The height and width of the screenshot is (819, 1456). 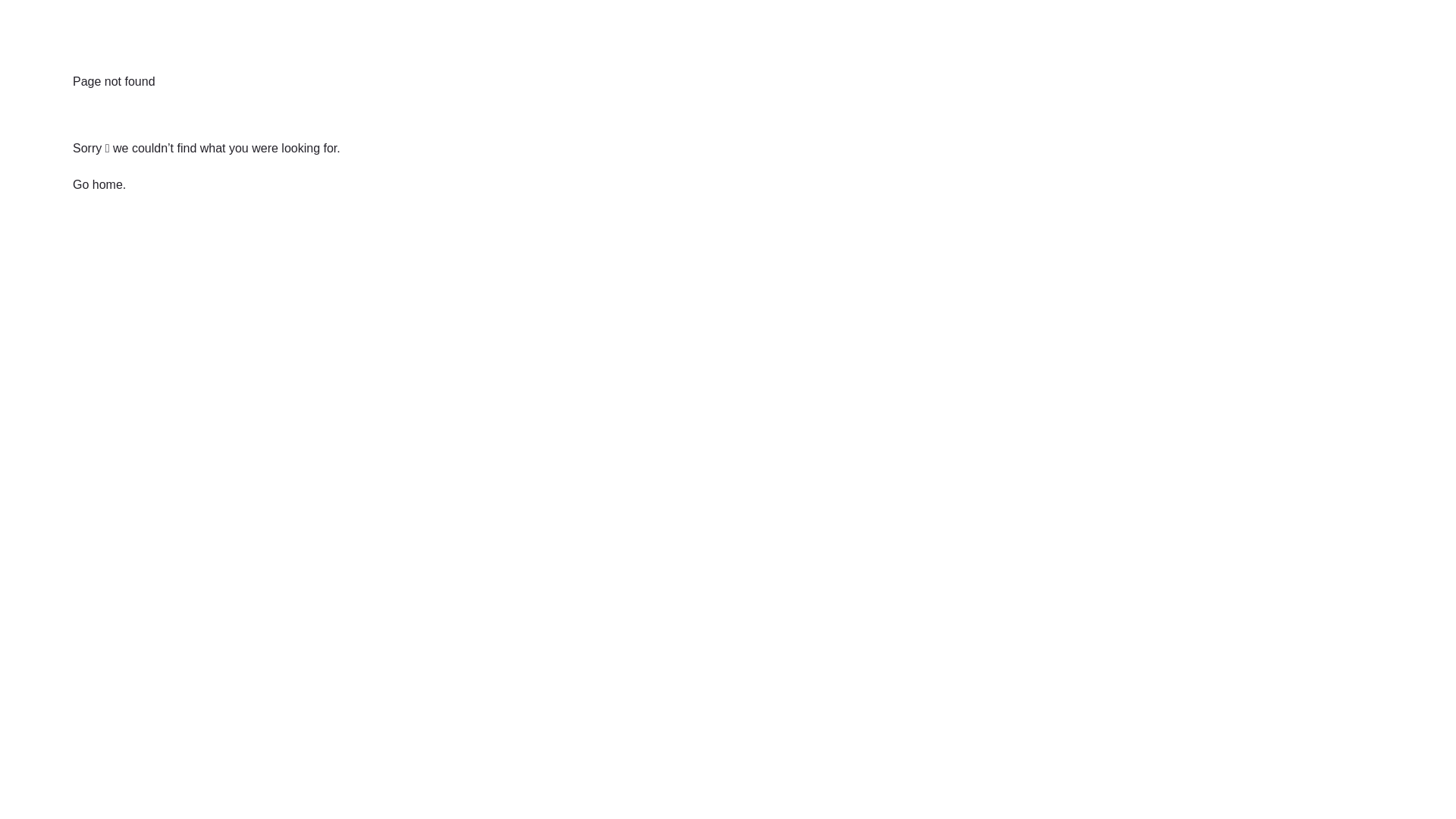 I want to click on 'Go home', so click(x=97, y=184).